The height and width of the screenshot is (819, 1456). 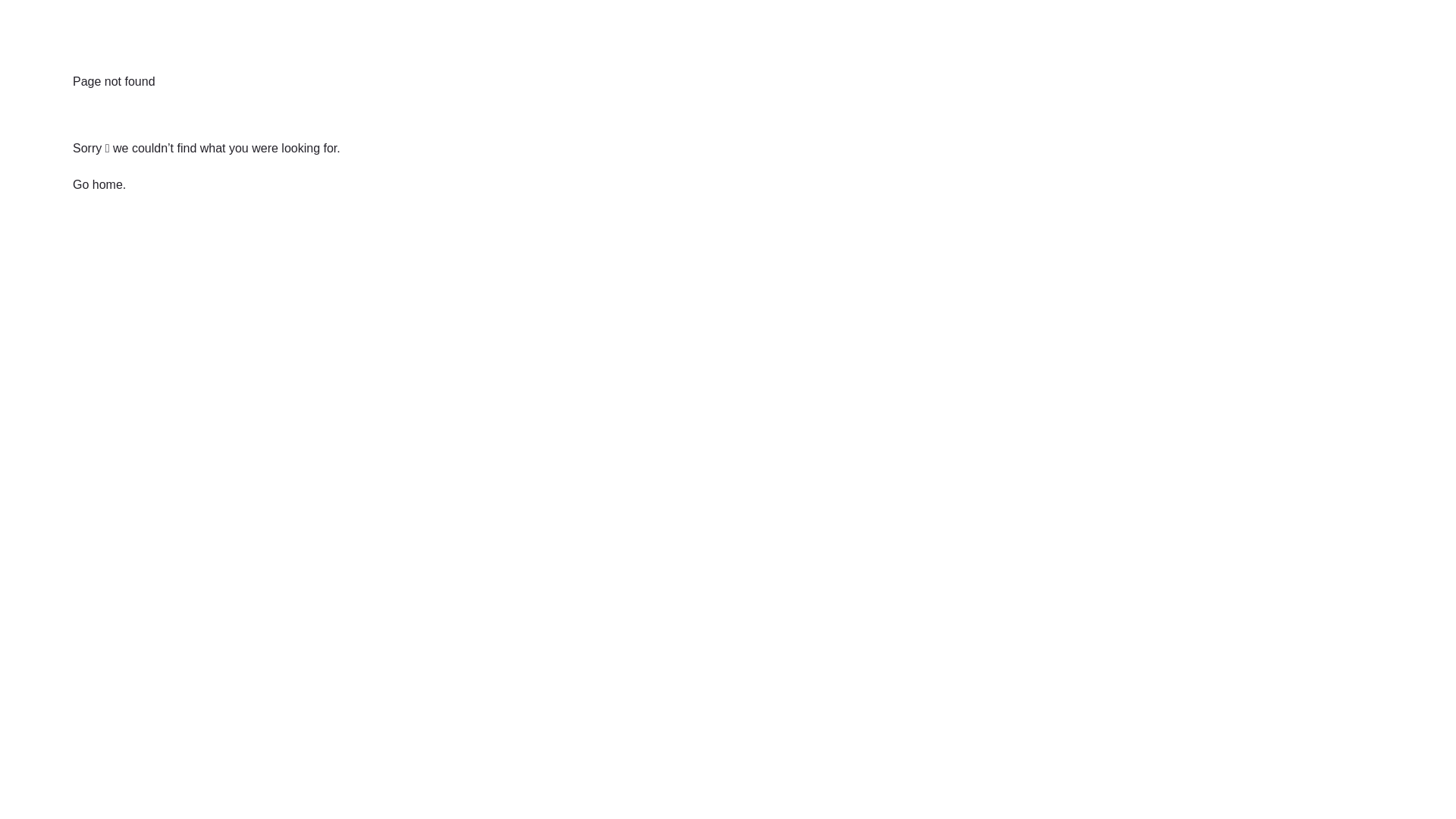 I want to click on 'Go home', so click(x=97, y=184).